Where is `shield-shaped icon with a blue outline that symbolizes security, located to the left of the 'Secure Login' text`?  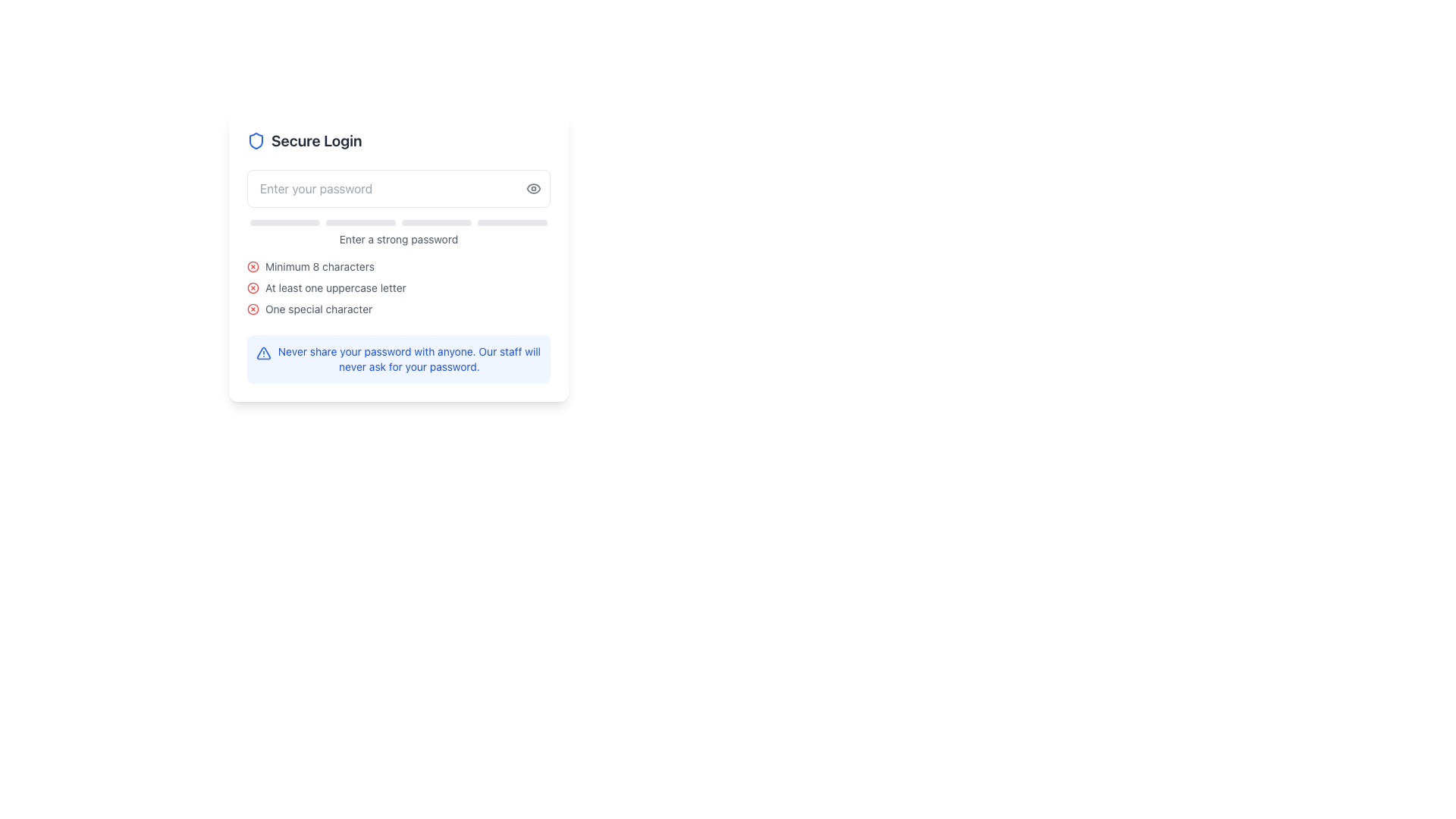 shield-shaped icon with a blue outline that symbolizes security, located to the left of the 'Secure Login' text is located at coordinates (256, 140).